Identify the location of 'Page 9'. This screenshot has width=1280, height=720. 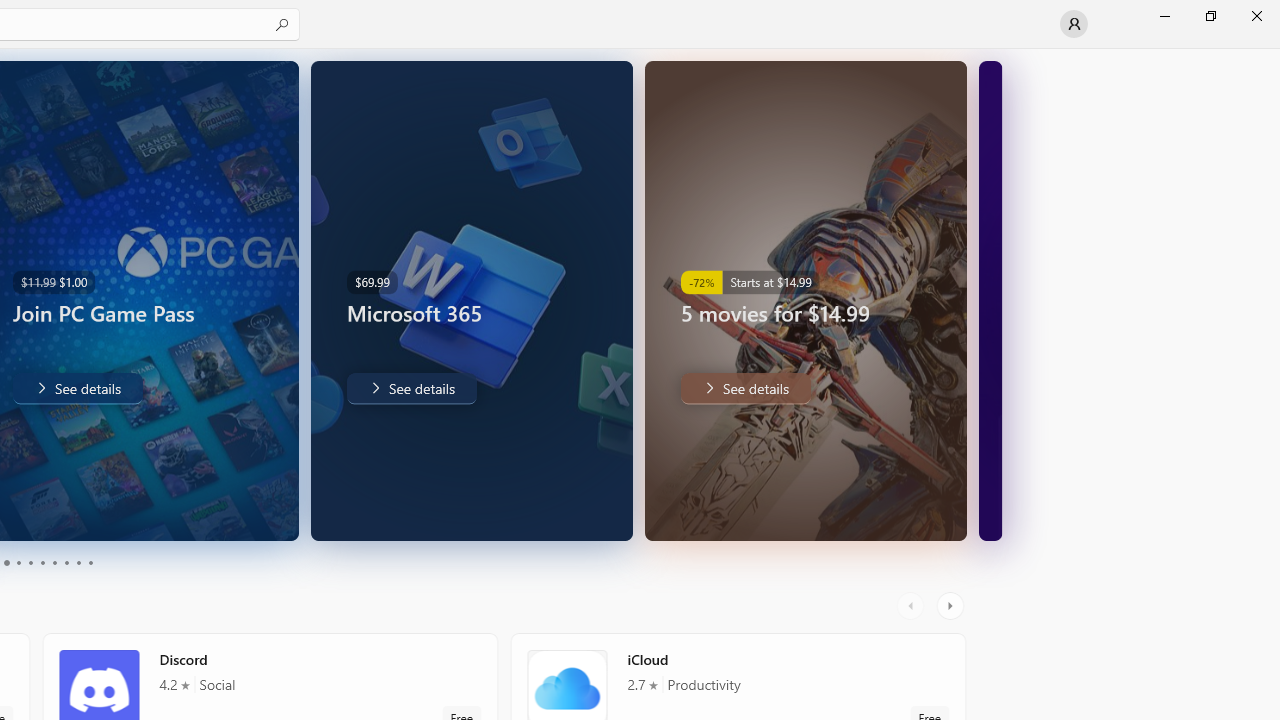
(78, 563).